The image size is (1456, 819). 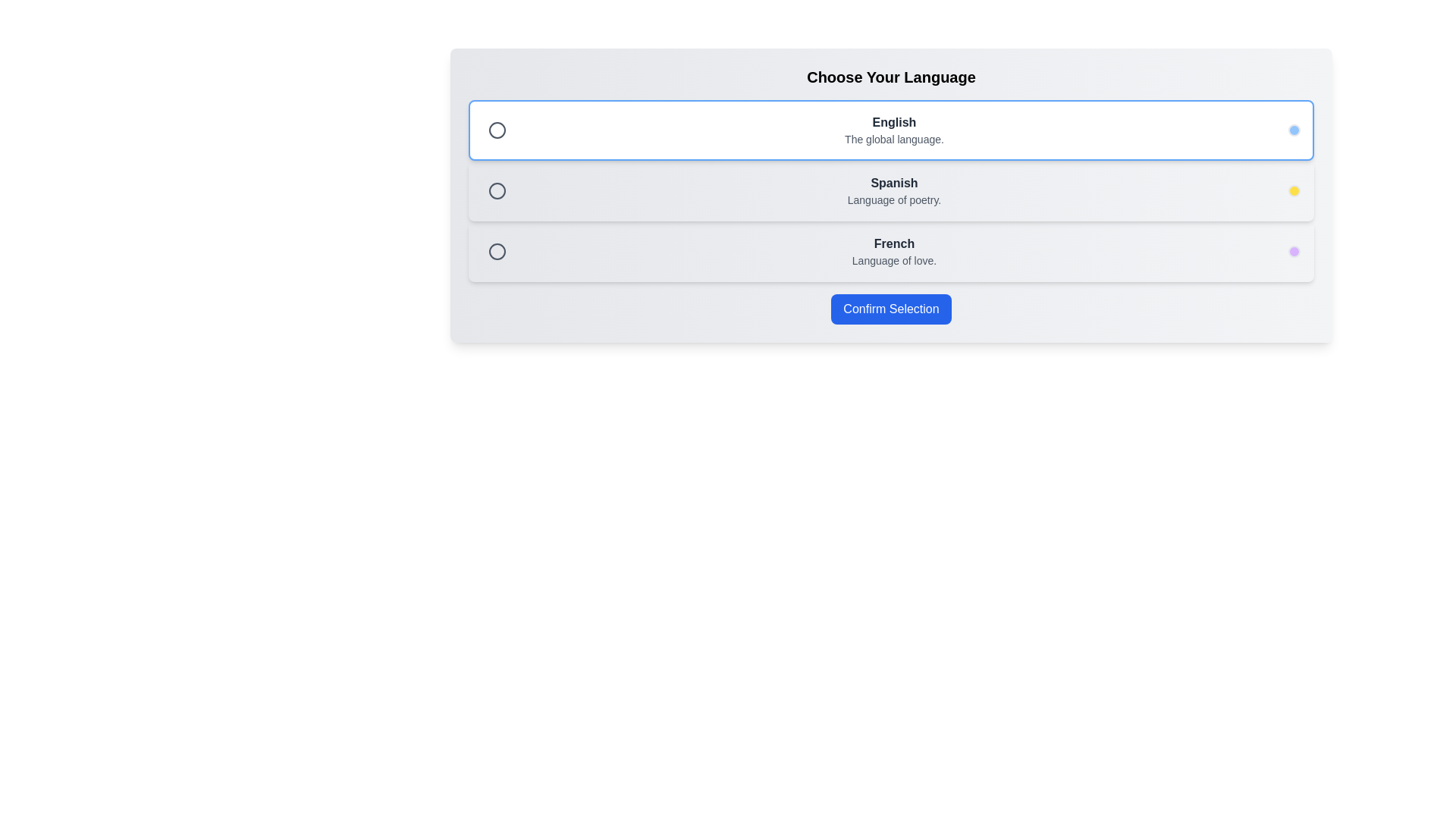 I want to click on the 'English' text label in the language selection list, which serves as descriptive text and is located within the first horizontal list item of the vertical selection list, so click(x=894, y=122).